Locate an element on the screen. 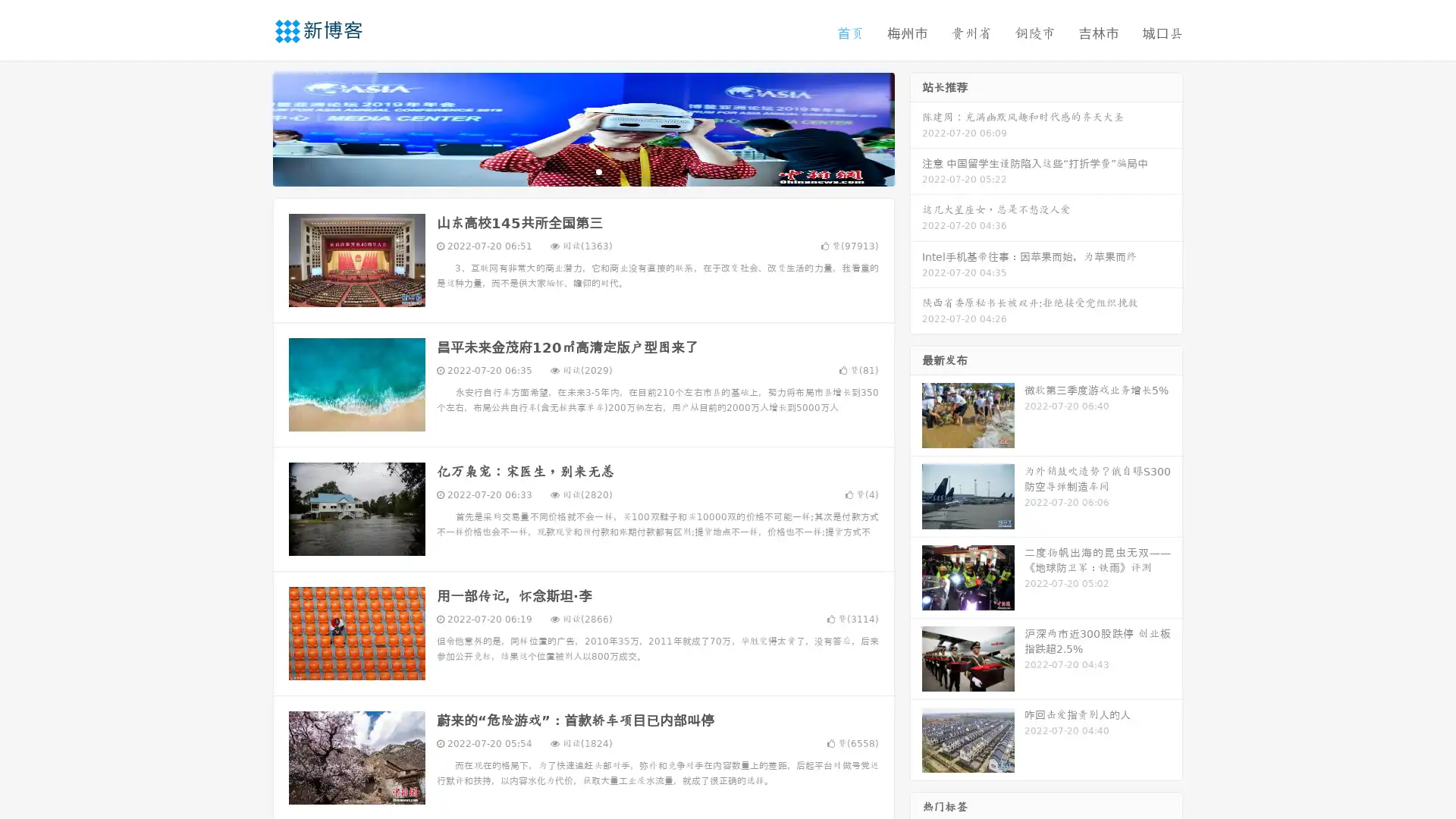 This screenshot has height=819, width=1456. Go to slide 1 is located at coordinates (567, 171).